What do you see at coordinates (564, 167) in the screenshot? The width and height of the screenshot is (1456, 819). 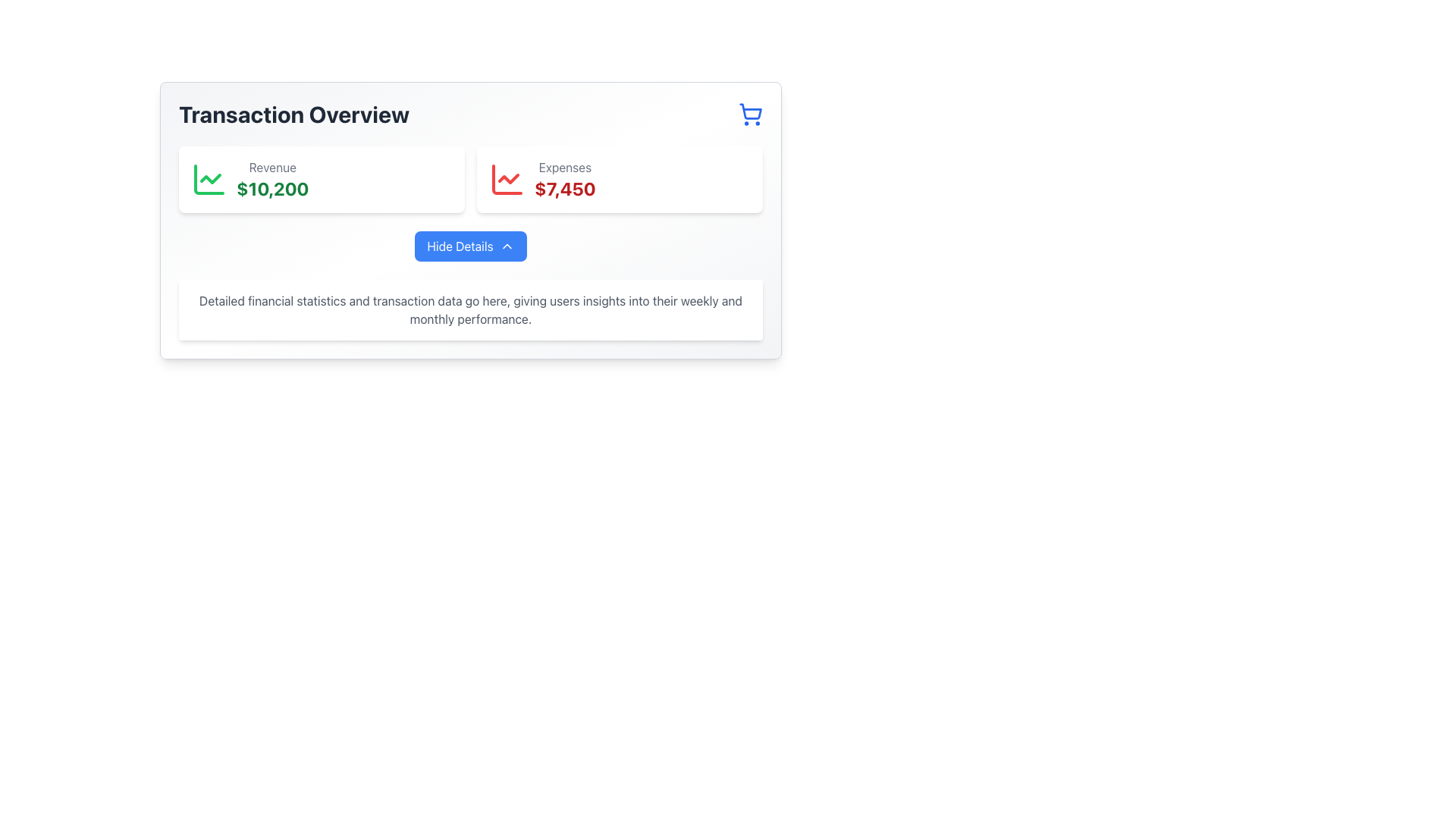 I see `the text label indicating expenses located at the top-right of the financial data card, which displays the numeric value '$7,450'` at bounding box center [564, 167].